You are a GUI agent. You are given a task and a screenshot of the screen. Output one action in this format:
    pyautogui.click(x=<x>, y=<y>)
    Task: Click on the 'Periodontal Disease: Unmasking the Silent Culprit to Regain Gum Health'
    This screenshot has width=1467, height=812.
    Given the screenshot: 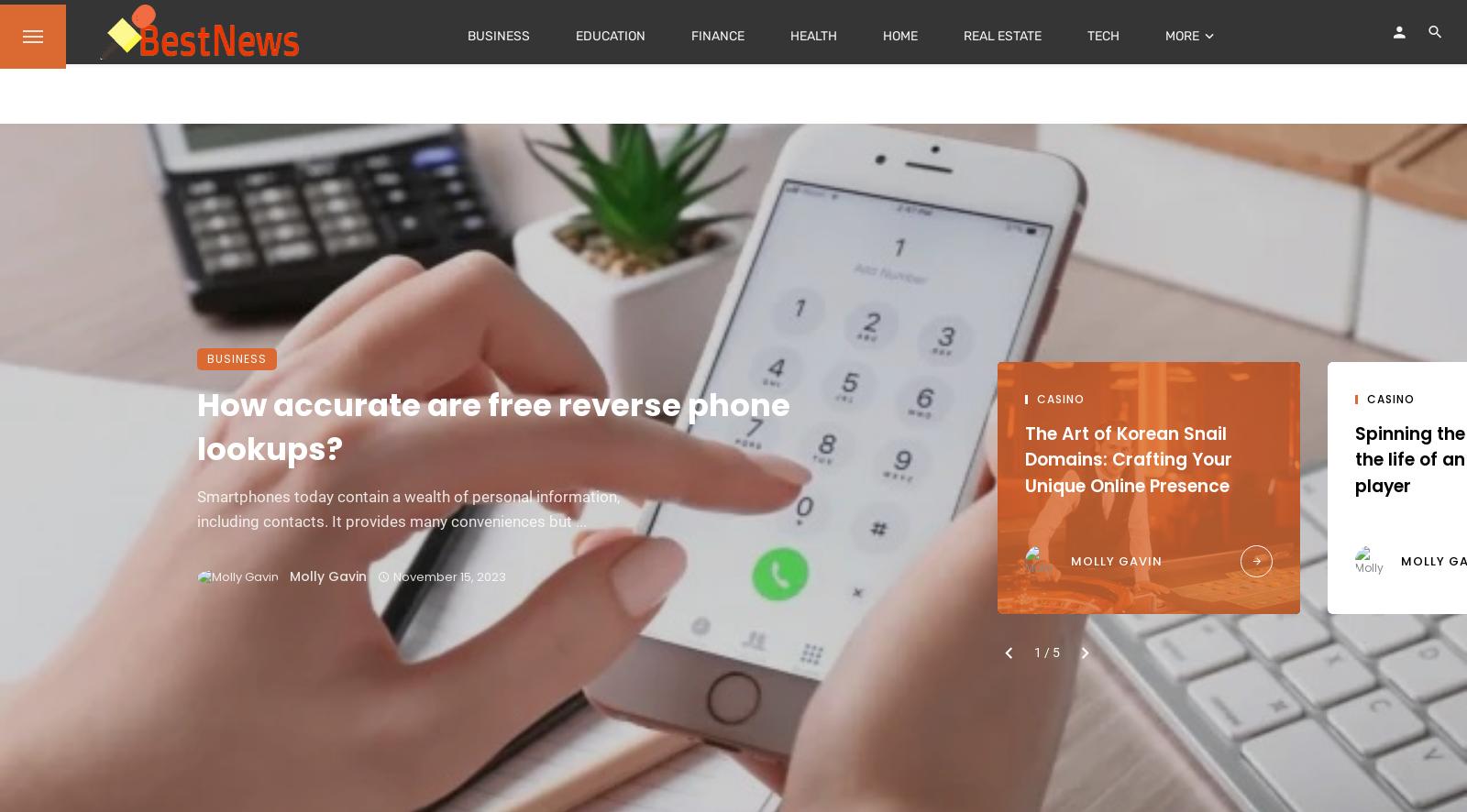 What is the action you would take?
    pyautogui.click(x=364, y=471)
    